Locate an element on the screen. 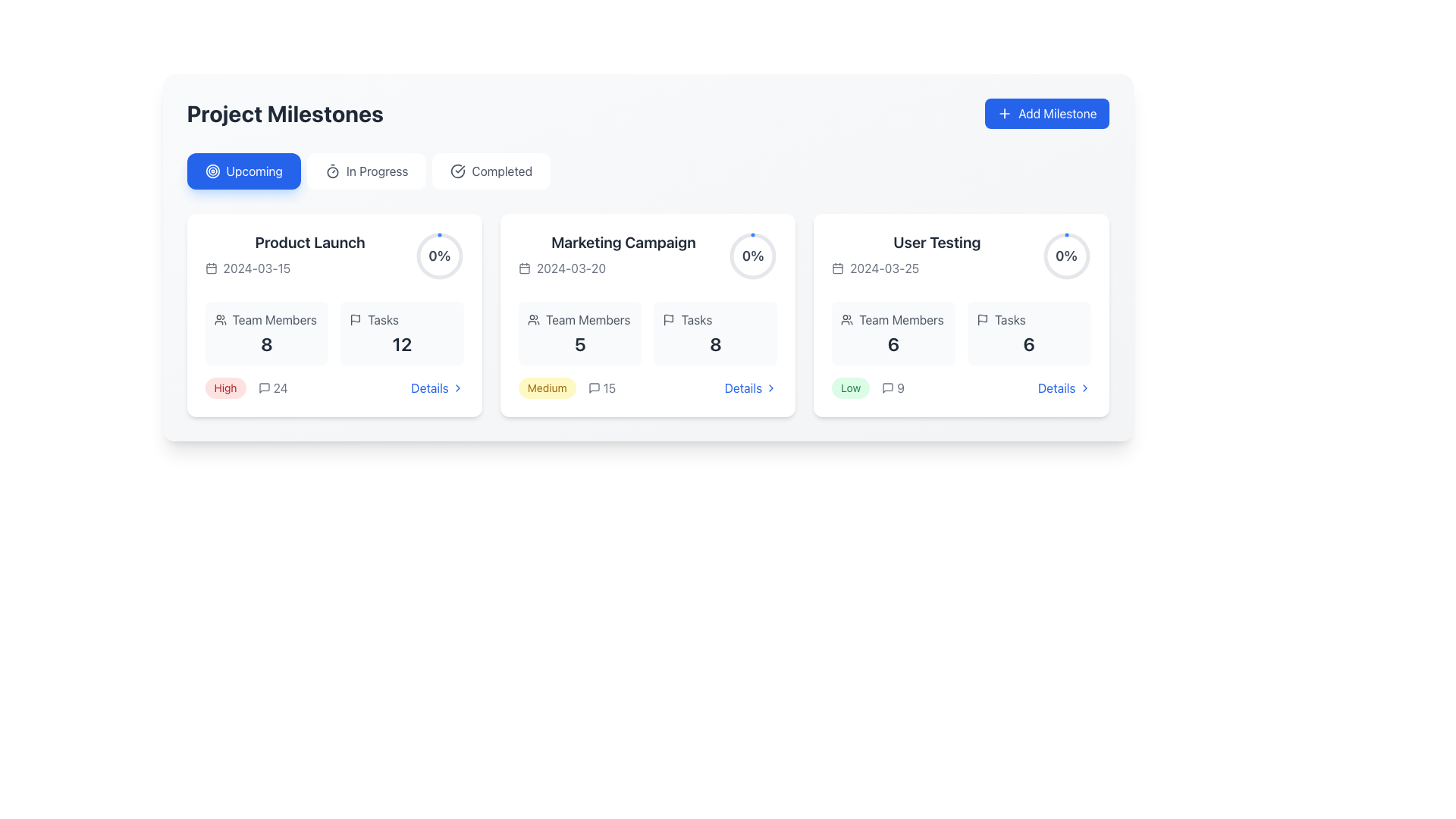 The image size is (1456, 819). the middle-sized SVG circle of the target icon located within the blue button labeled 'Upcoming' at the top left of the interface is located at coordinates (212, 171).